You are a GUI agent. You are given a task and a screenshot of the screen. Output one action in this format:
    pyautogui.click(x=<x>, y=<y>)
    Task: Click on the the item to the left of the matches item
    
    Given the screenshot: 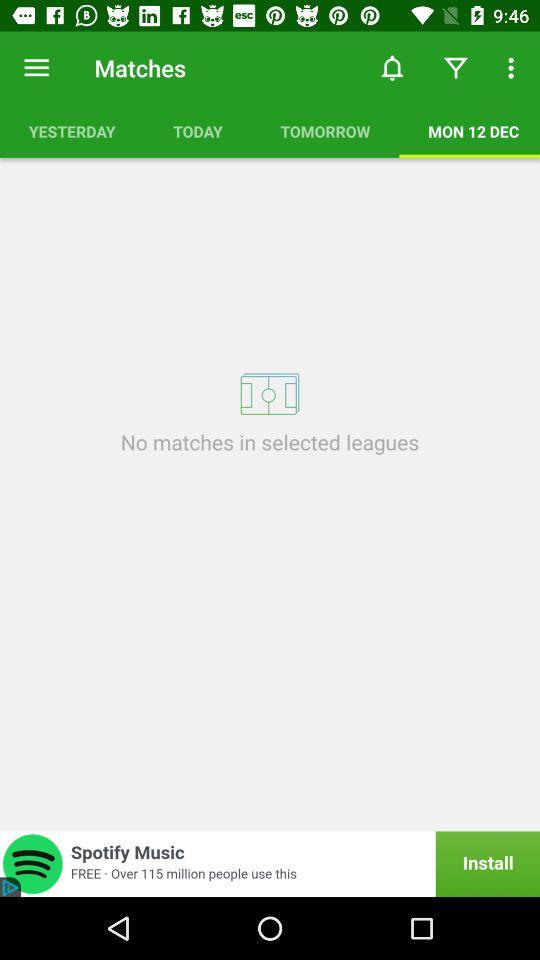 What is the action you would take?
    pyautogui.click(x=36, y=68)
    